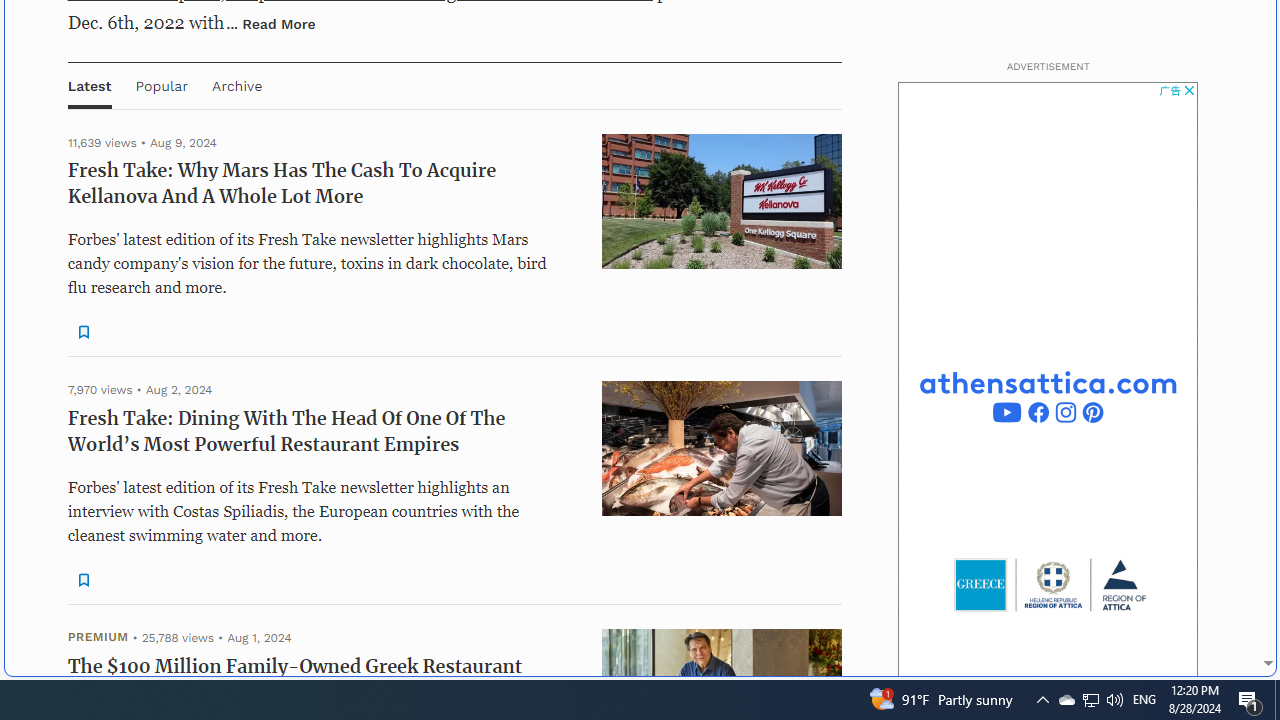  What do you see at coordinates (236, 84) in the screenshot?
I see `'Archive'` at bounding box center [236, 84].